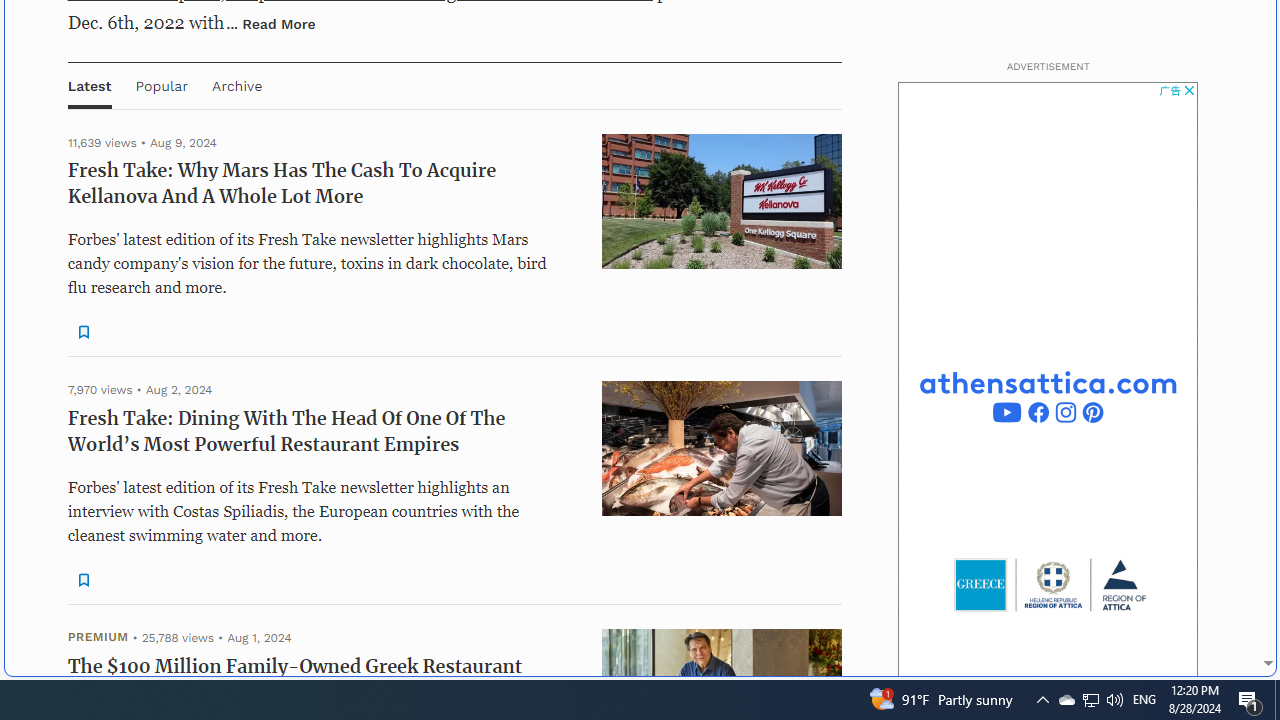  What do you see at coordinates (236, 84) in the screenshot?
I see `'Archive'` at bounding box center [236, 84].